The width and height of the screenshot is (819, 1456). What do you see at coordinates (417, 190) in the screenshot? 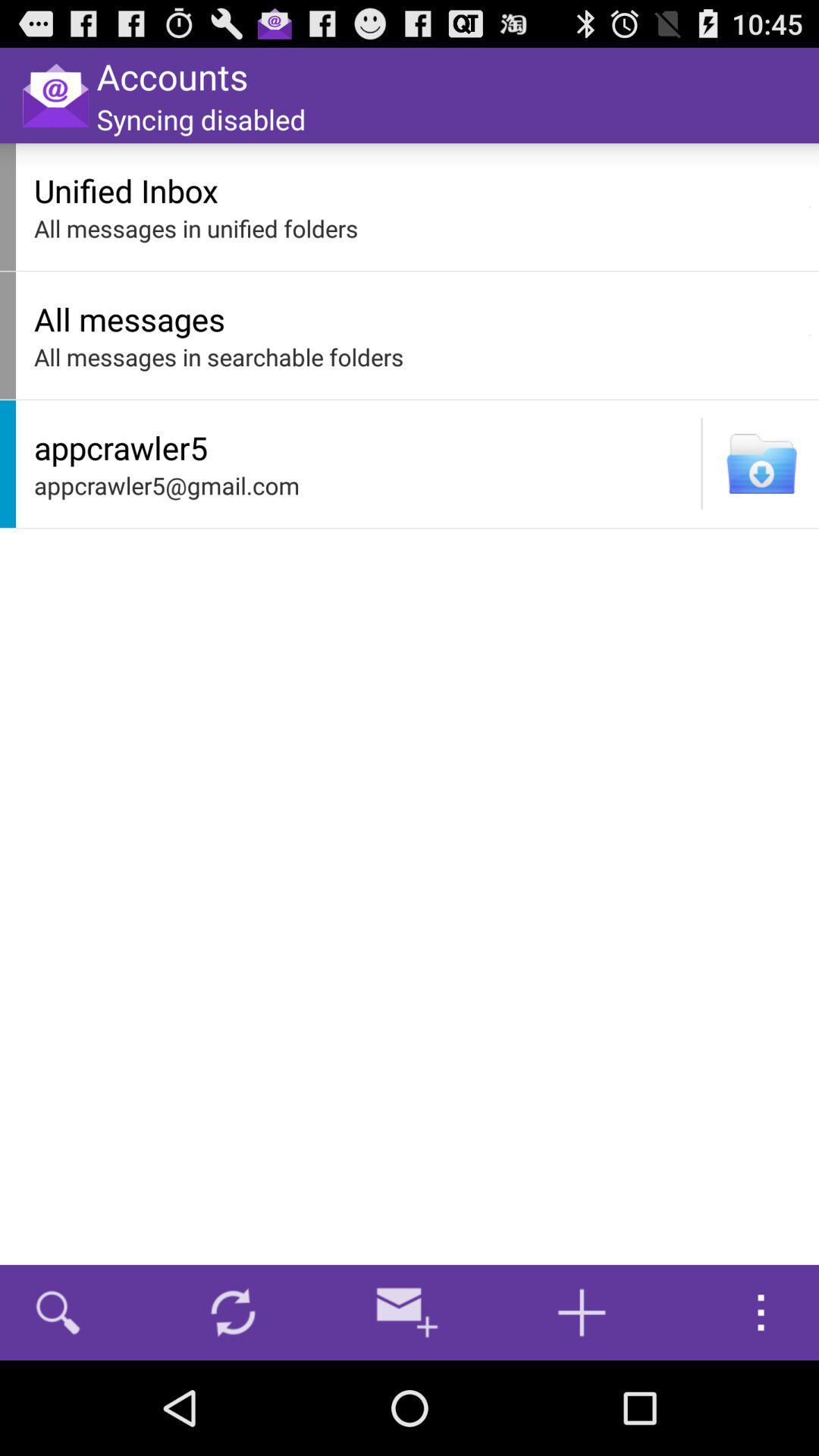
I see `unified inbox icon` at bounding box center [417, 190].